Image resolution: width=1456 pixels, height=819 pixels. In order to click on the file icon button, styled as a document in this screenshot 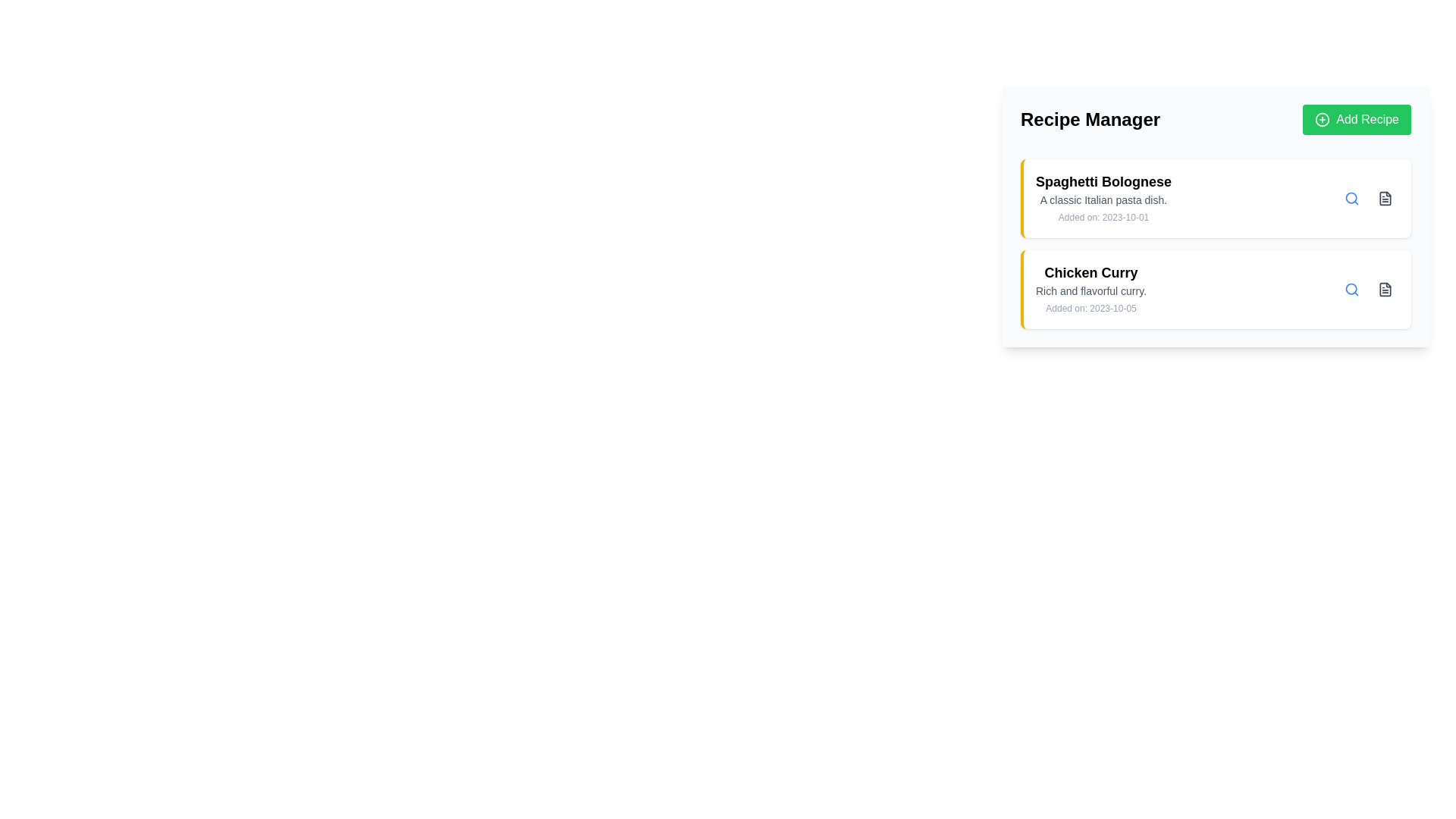, I will do `click(1385, 289)`.